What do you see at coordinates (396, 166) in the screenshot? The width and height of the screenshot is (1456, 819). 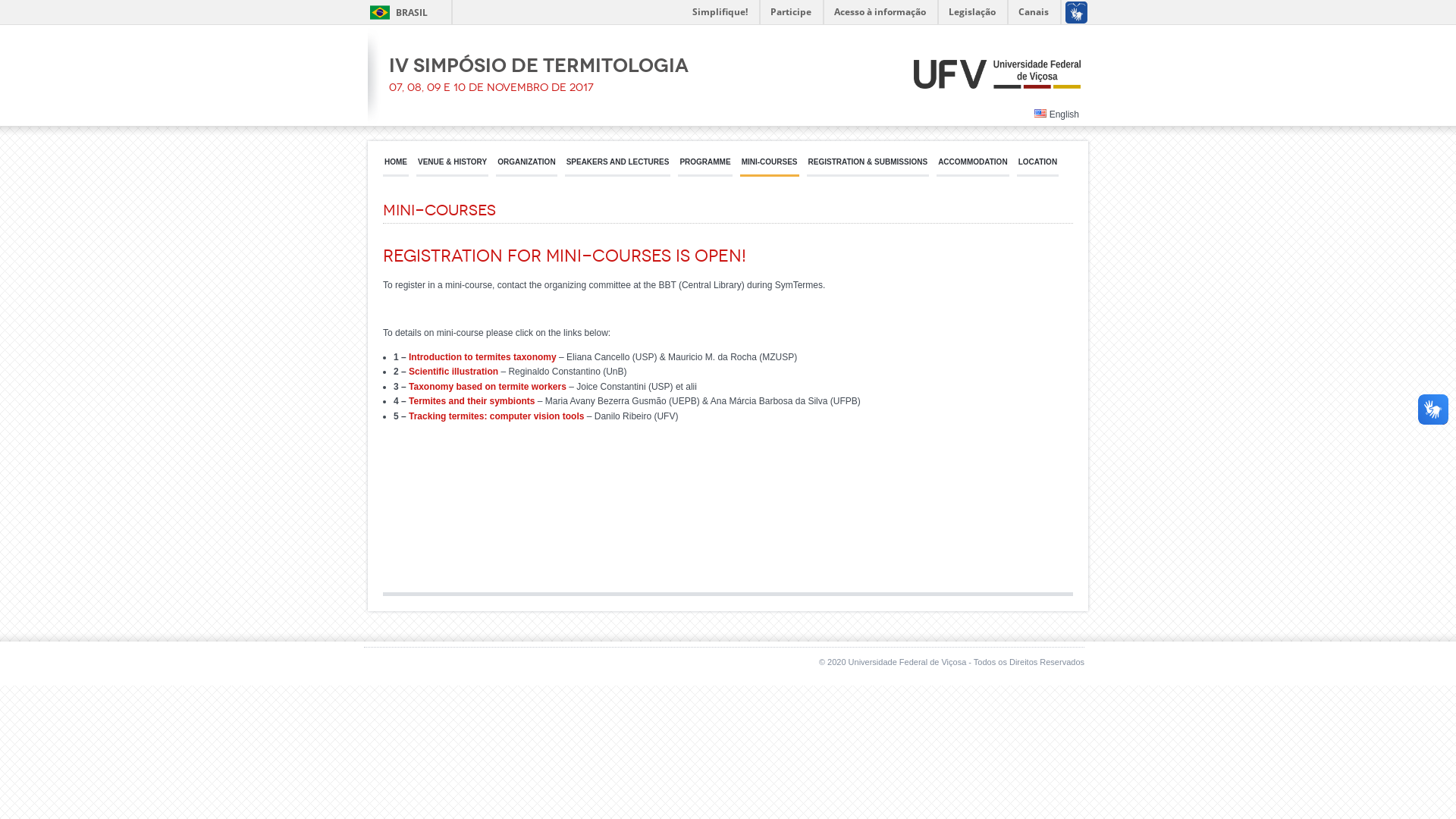 I see `'HOME'` at bounding box center [396, 166].